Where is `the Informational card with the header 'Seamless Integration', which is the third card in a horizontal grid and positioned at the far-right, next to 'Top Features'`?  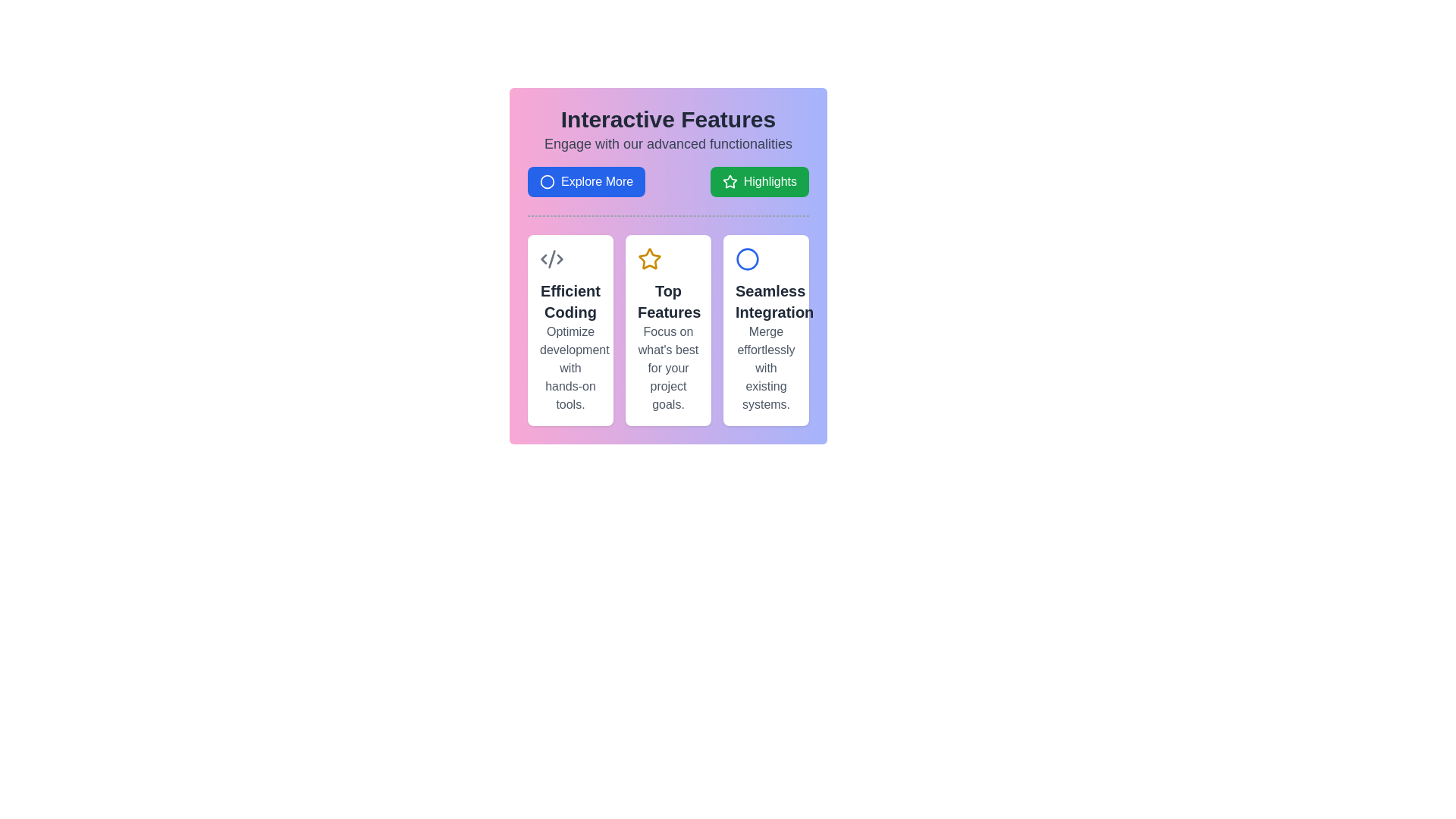
the Informational card with the header 'Seamless Integration', which is the third card in a horizontal grid and positioned at the far-right, next to 'Top Features' is located at coordinates (766, 329).